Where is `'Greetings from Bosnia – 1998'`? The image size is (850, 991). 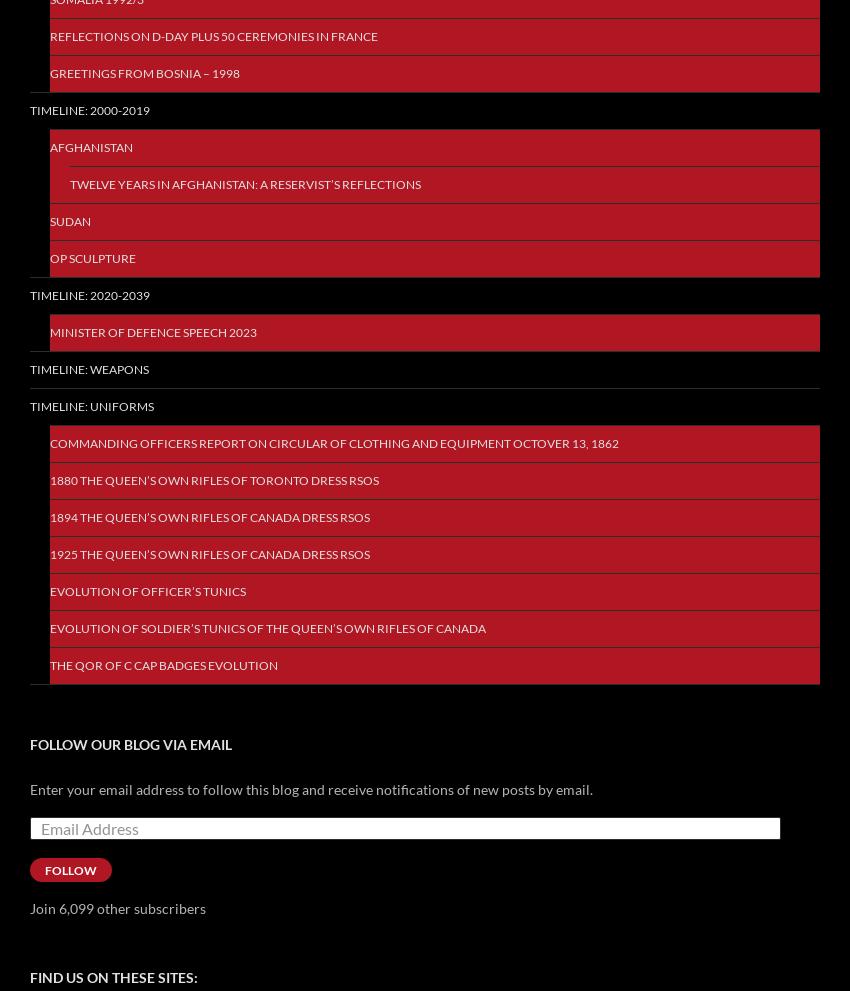
'Greetings from Bosnia – 1998' is located at coordinates (145, 73).